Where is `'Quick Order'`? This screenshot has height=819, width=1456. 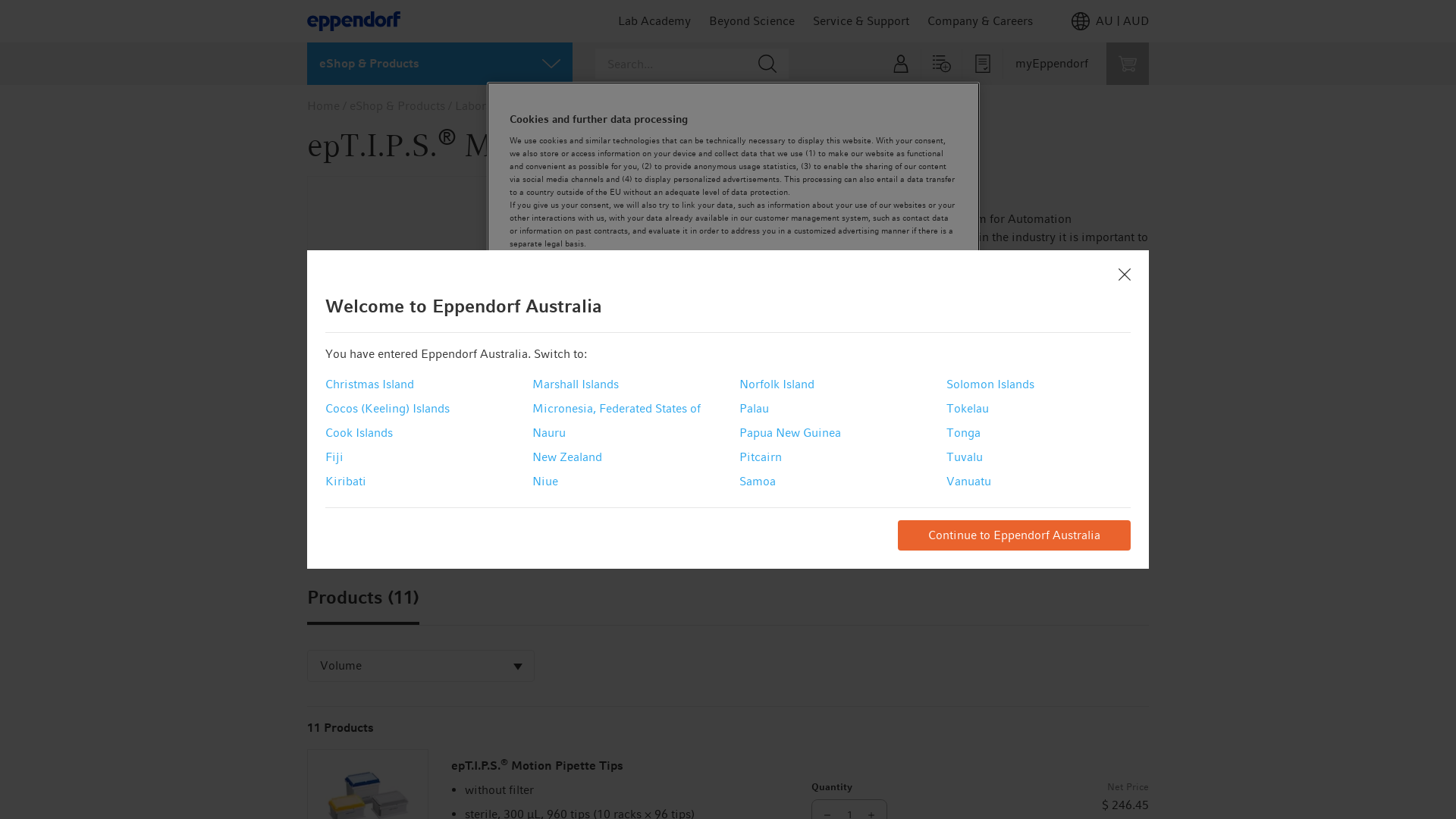
'Quick Order' is located at coordinates (941, 63).